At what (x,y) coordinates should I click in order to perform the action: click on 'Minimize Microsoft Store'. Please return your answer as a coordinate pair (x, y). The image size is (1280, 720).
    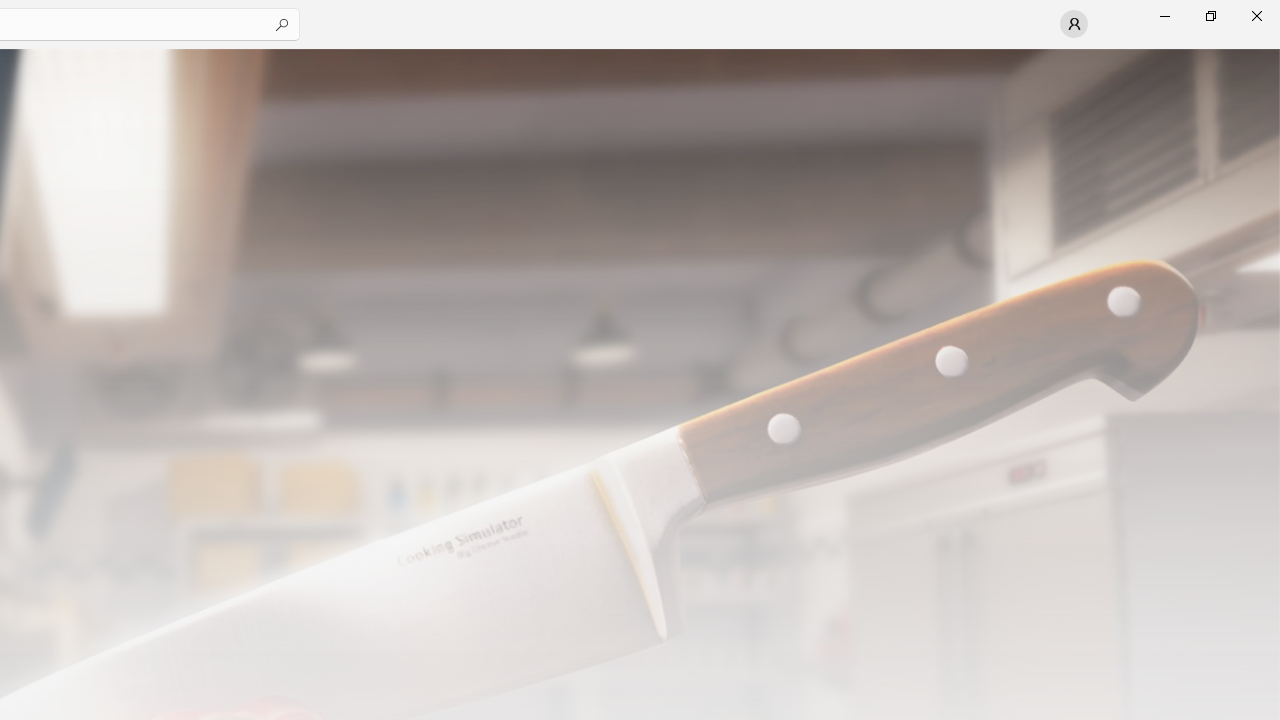
    Looking at the image, I should click on (1164, 15).